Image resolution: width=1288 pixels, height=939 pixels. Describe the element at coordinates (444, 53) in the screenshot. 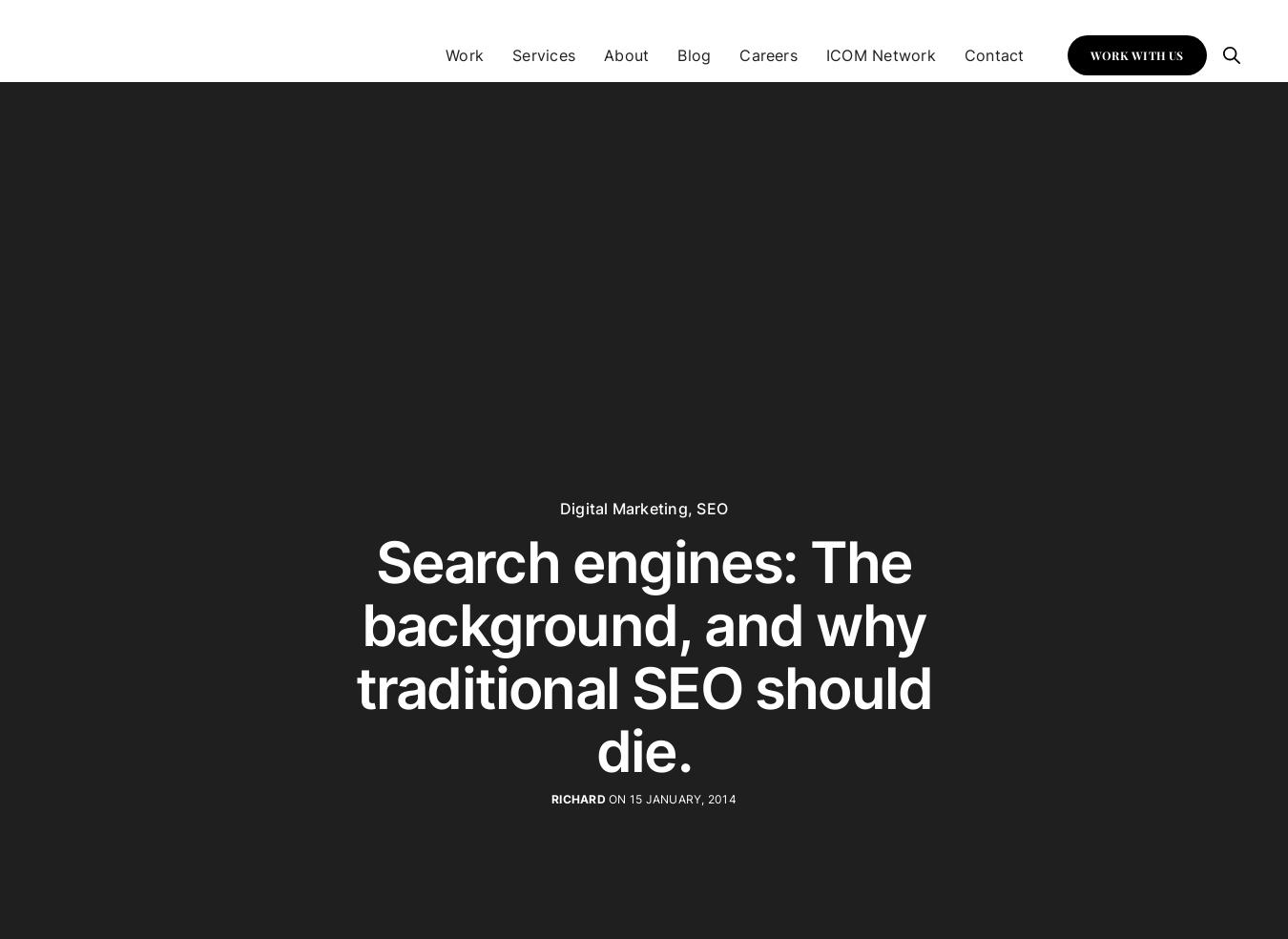

I see `'Work'` at that location.